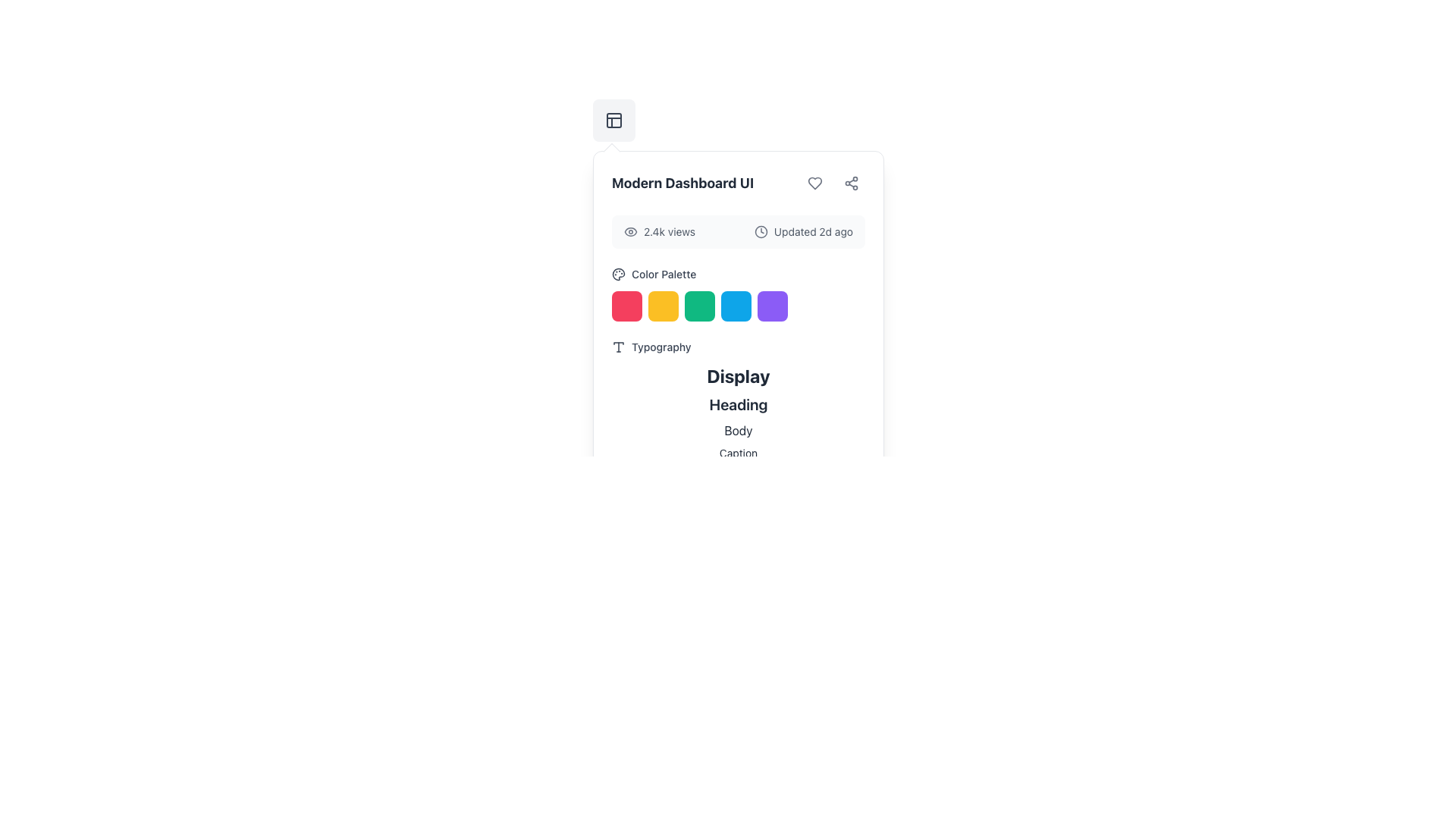  I want to click on the palette icon graphic element, which is the last of its siblings in the graphical depiction of a palette, so click(618, 275).